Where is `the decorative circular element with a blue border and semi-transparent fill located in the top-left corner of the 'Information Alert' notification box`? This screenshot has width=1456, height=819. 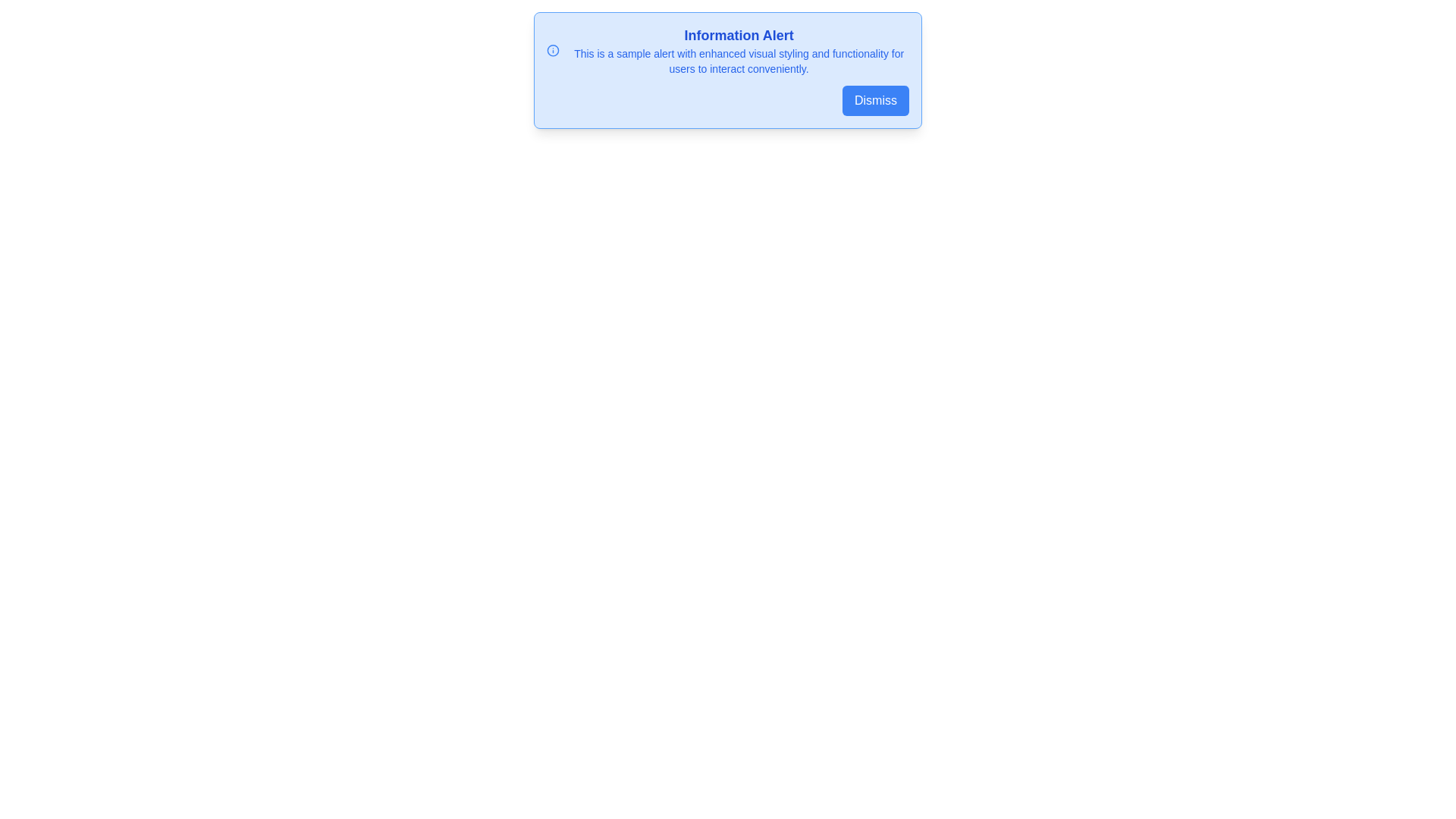 the decorative circular element with a blue border and semi-transparent fill located in the top-left corner of the 'Information Alert' notification box is located at coordinates (552, 49).